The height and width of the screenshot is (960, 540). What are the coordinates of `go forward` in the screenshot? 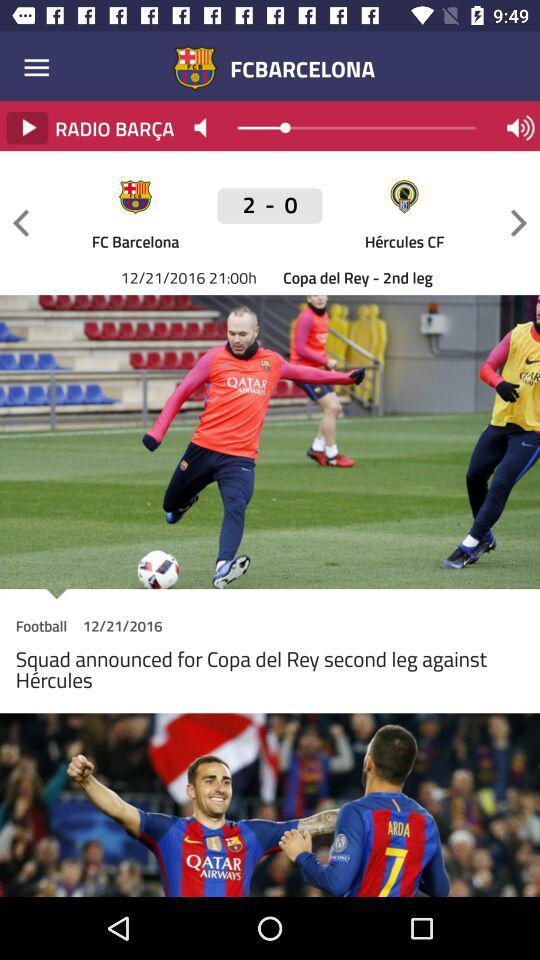 It's located at (518, 223).